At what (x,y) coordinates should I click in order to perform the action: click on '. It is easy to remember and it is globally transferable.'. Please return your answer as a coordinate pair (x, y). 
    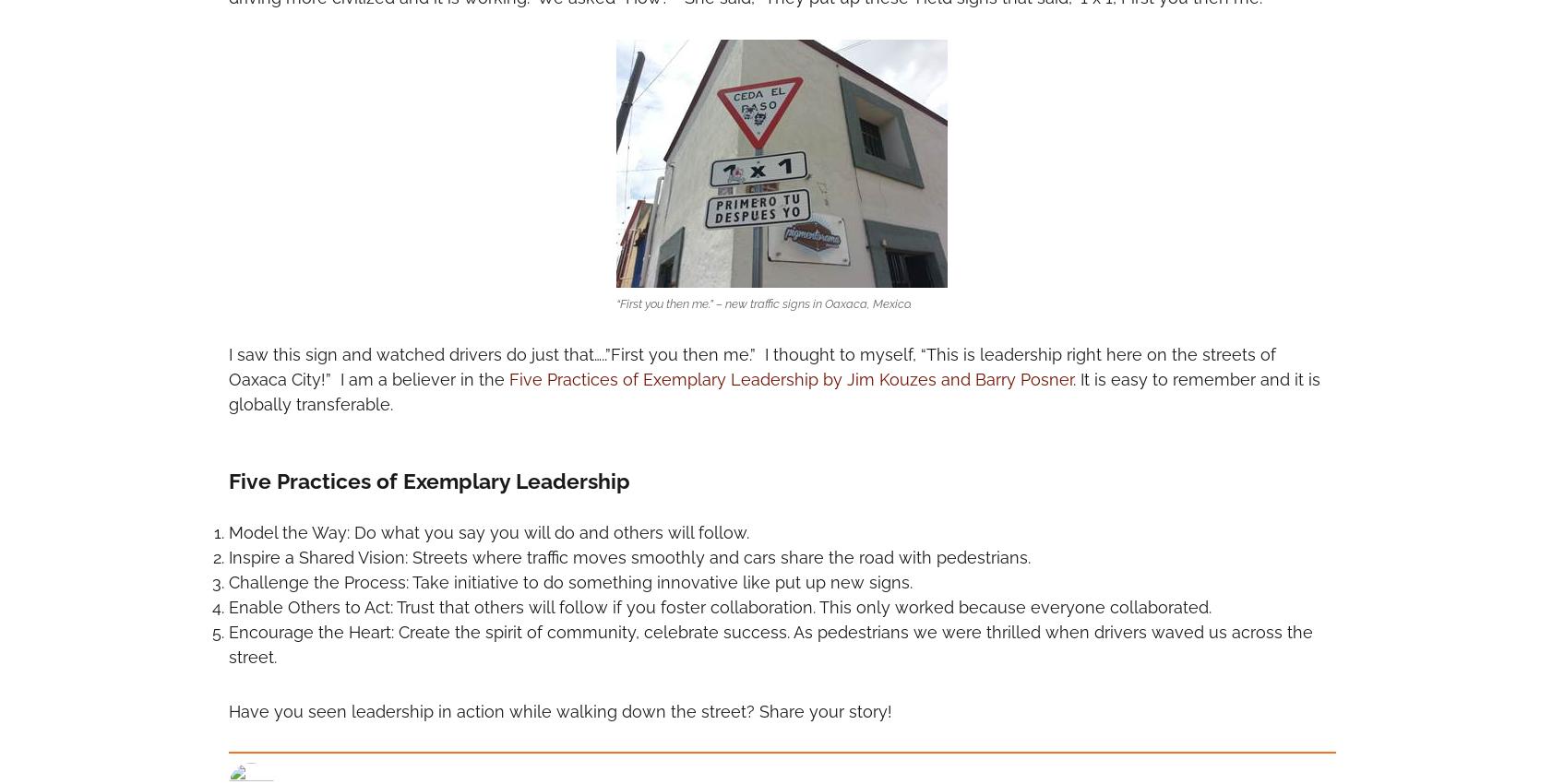
    Looking at the image, I should click on (773, 392).